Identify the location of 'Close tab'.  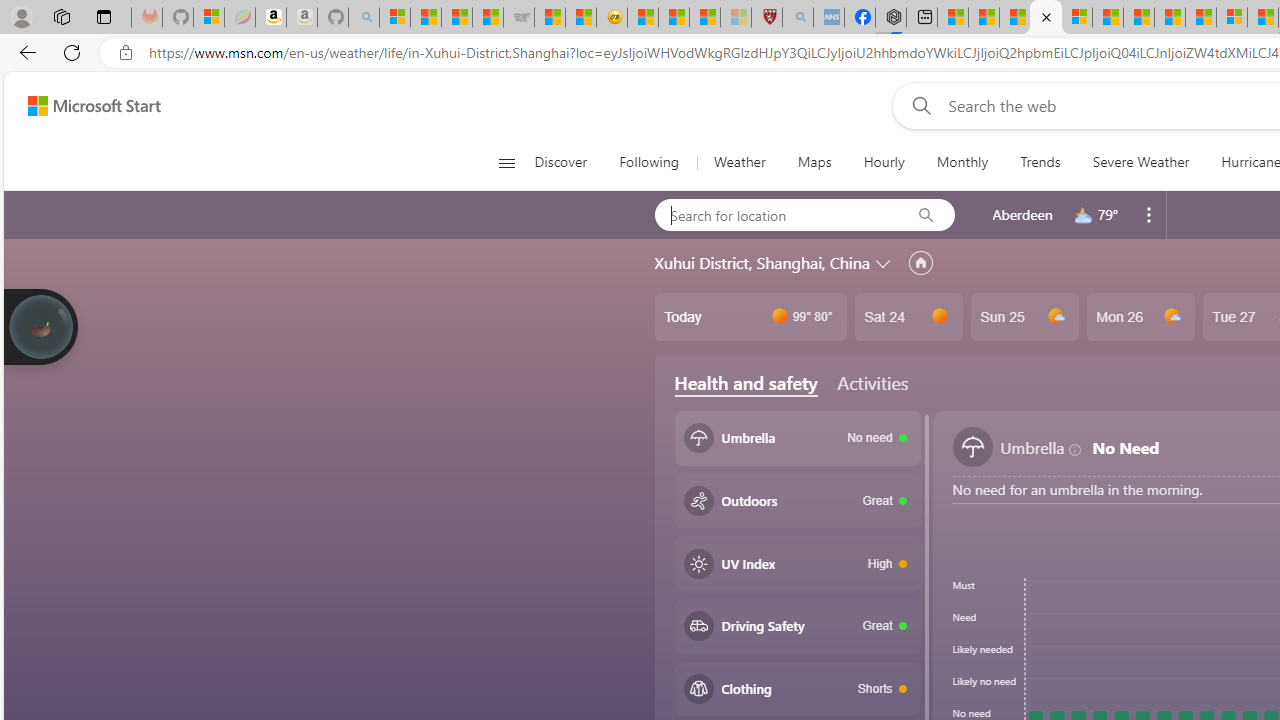
(1045, 17).